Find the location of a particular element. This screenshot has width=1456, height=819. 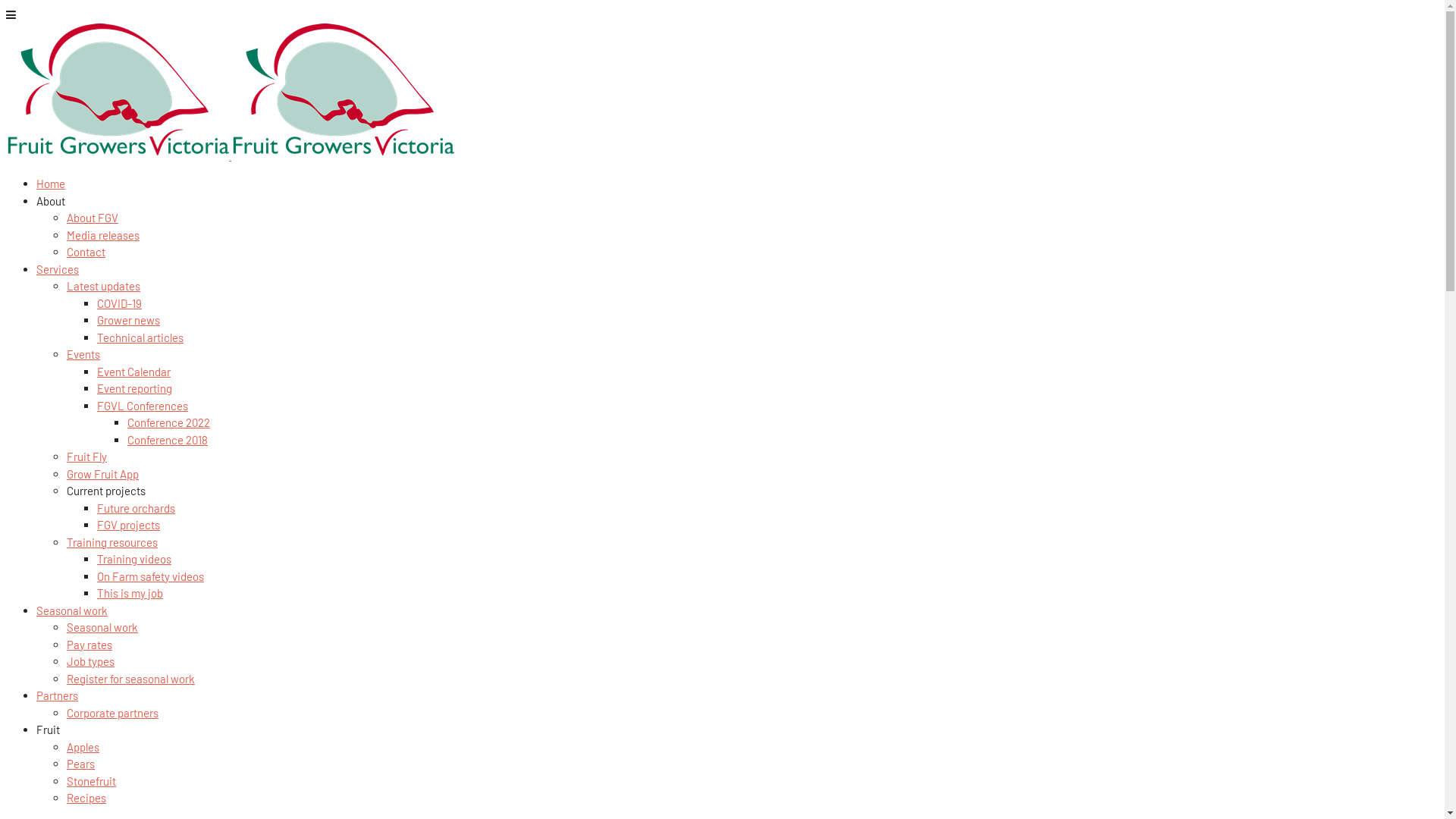

'Seasonal work' is located at coordinates (101, 626).